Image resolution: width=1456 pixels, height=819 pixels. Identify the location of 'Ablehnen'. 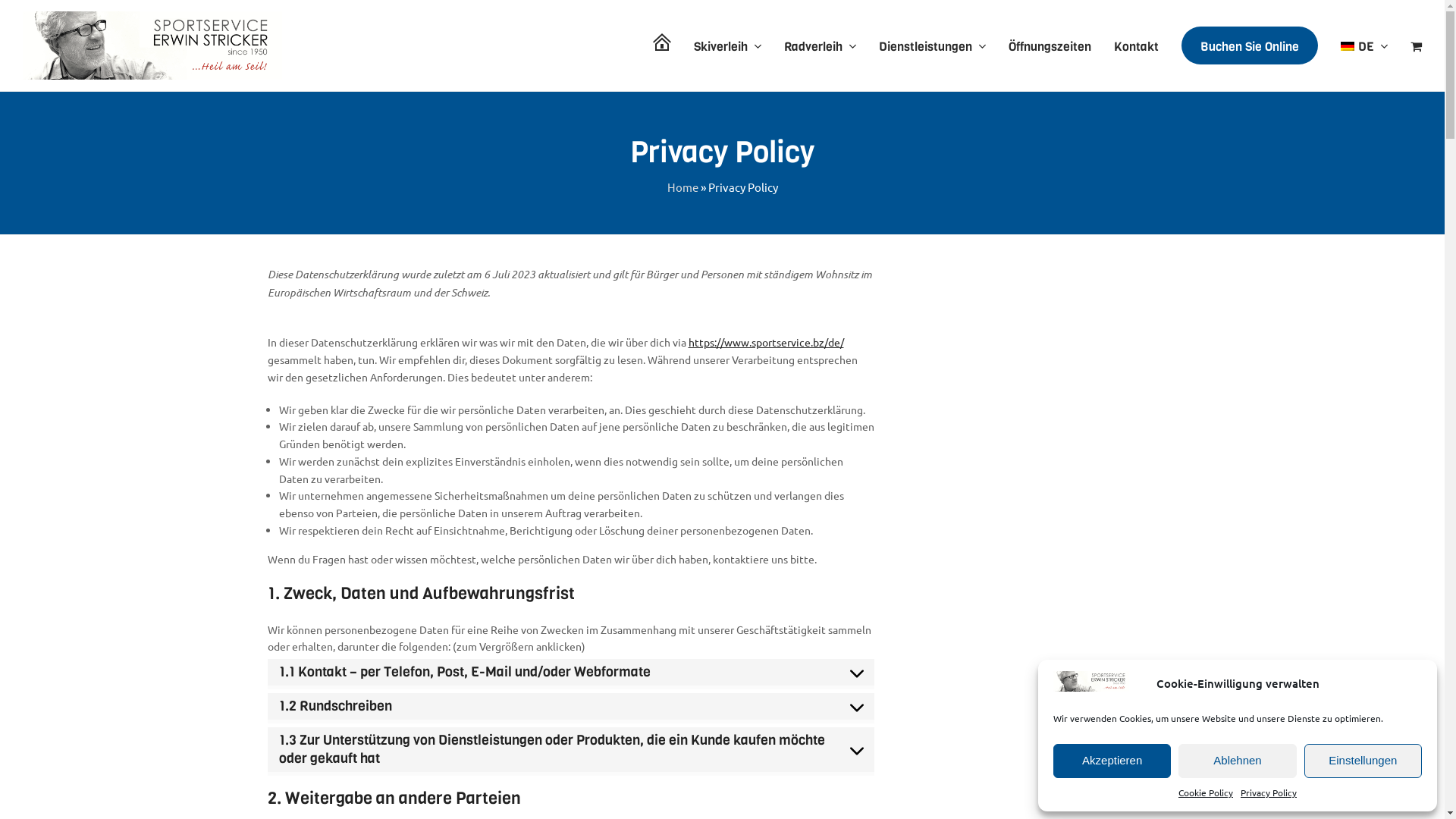
(1237, 760).